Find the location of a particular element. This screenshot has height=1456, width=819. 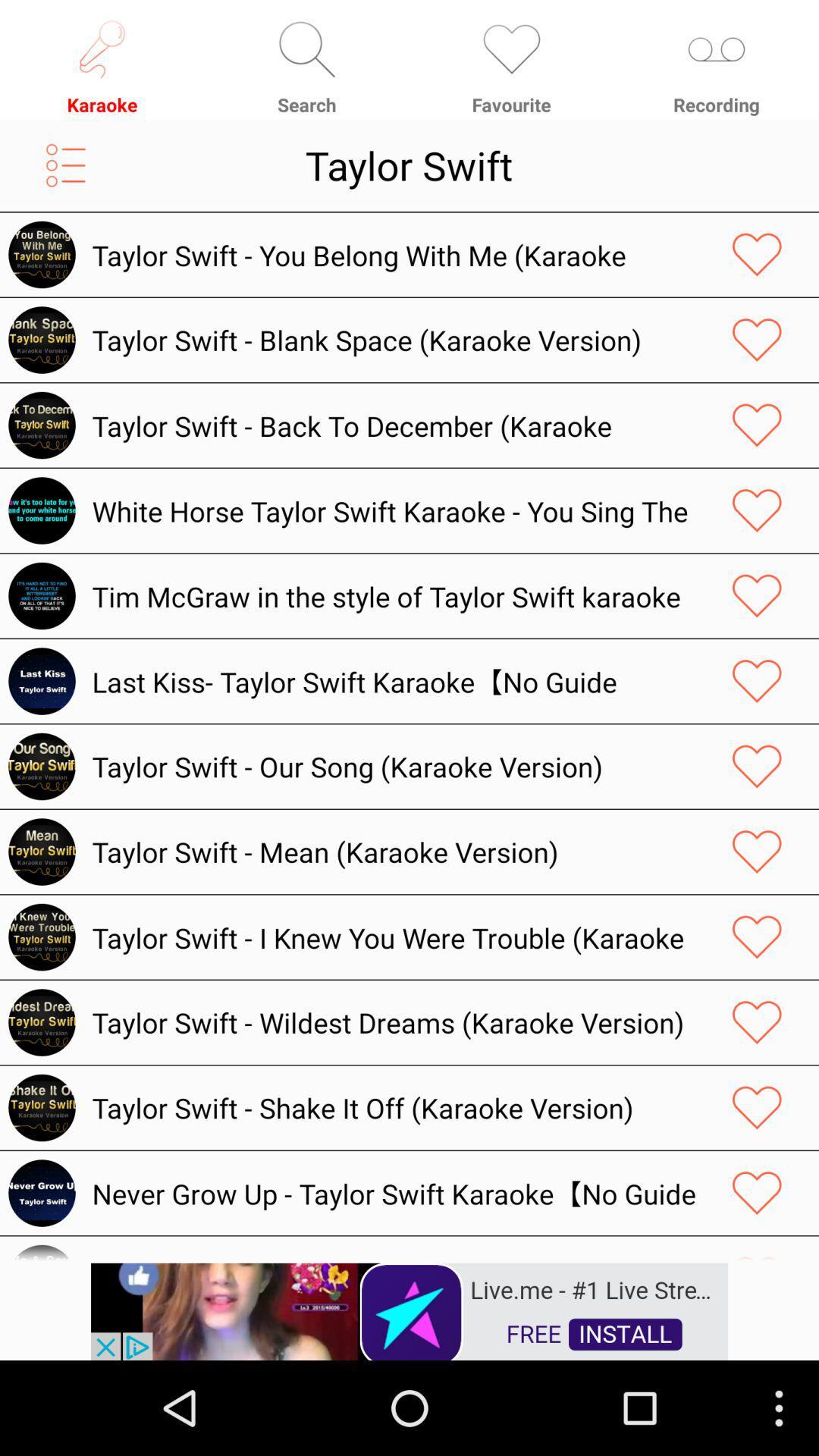

option is located at coordinates (757, 1022).